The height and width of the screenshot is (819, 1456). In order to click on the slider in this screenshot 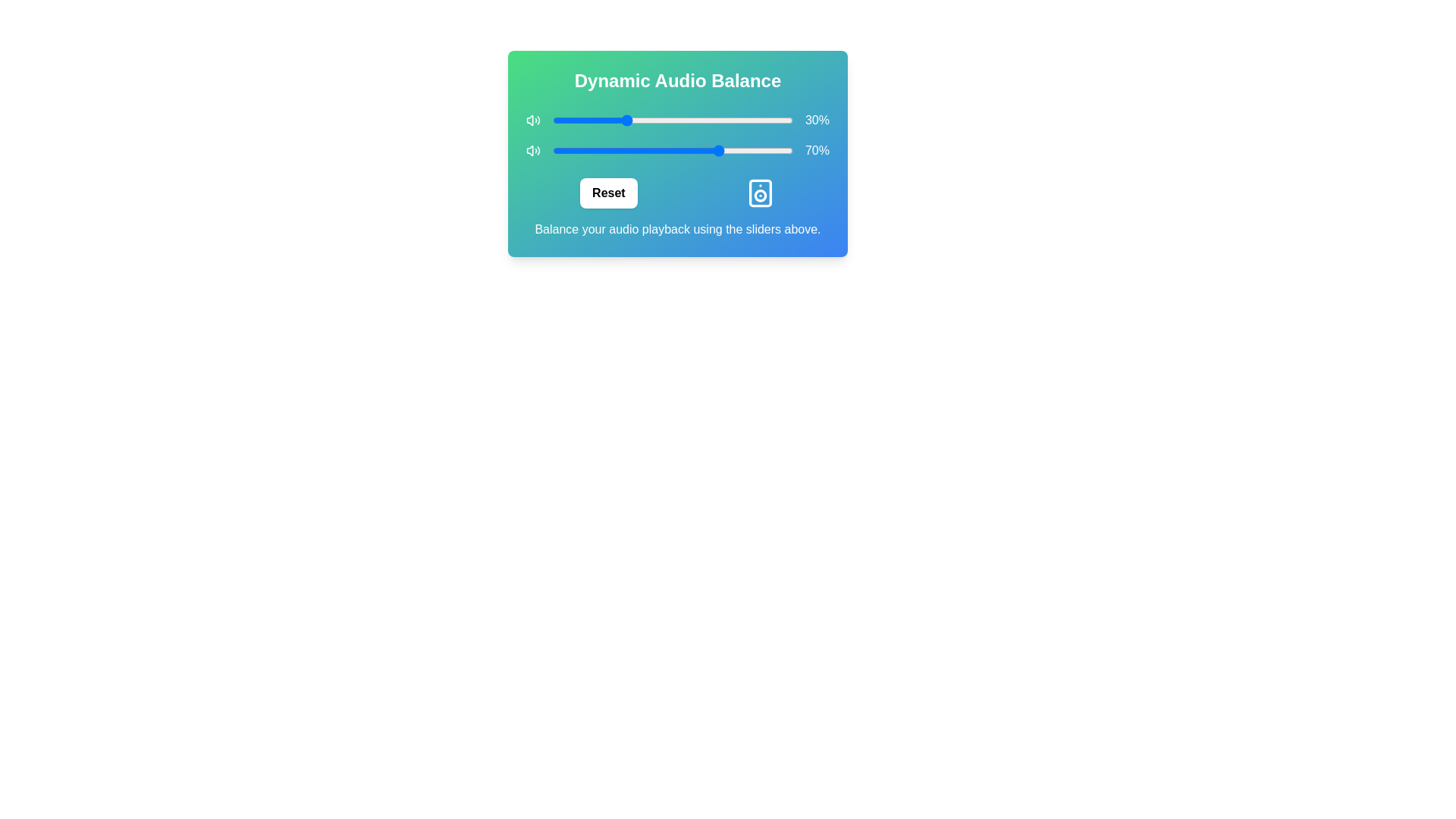, I will do `click(641, 119)`.